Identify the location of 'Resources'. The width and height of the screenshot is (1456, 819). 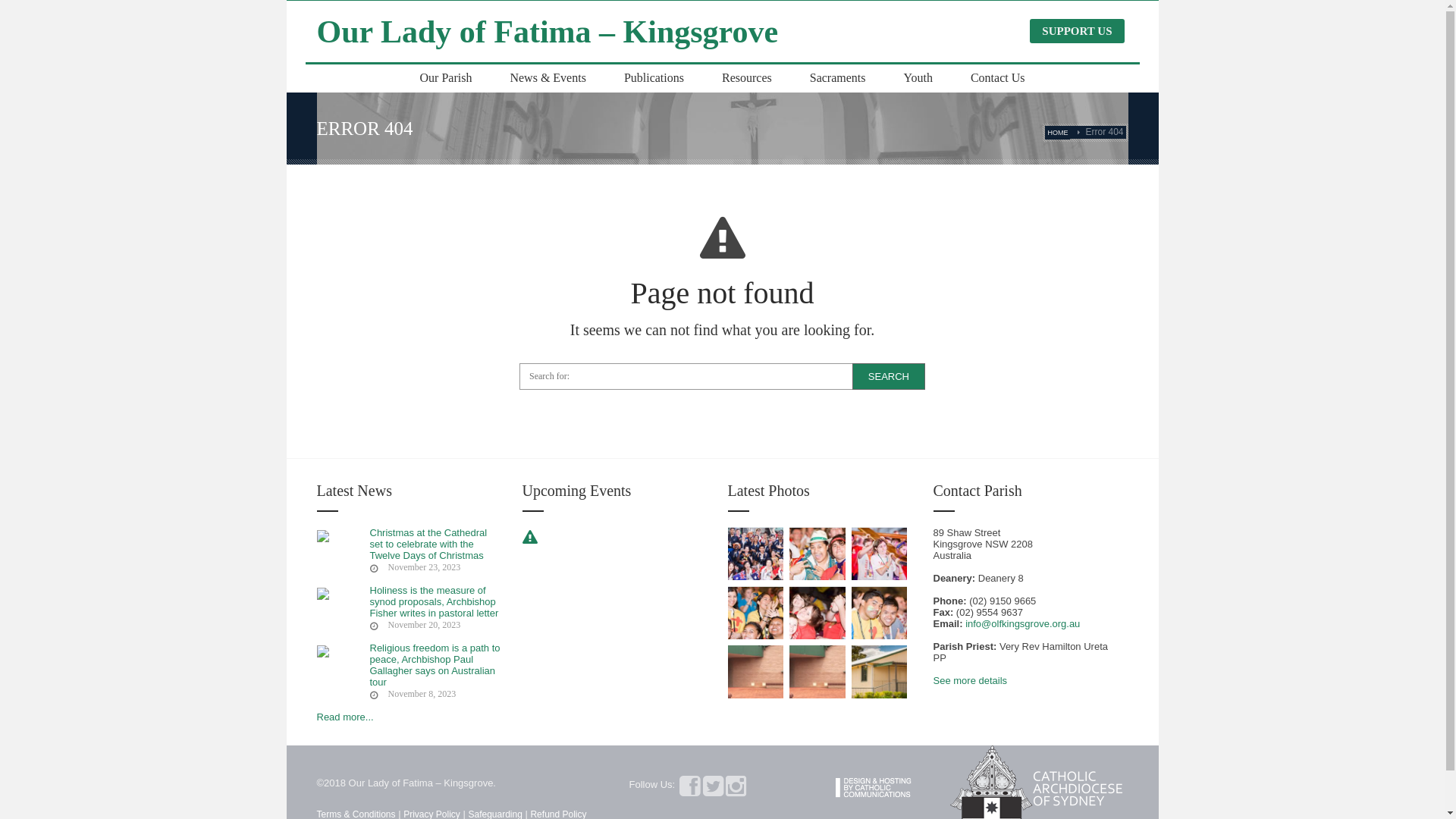
(746, 78).